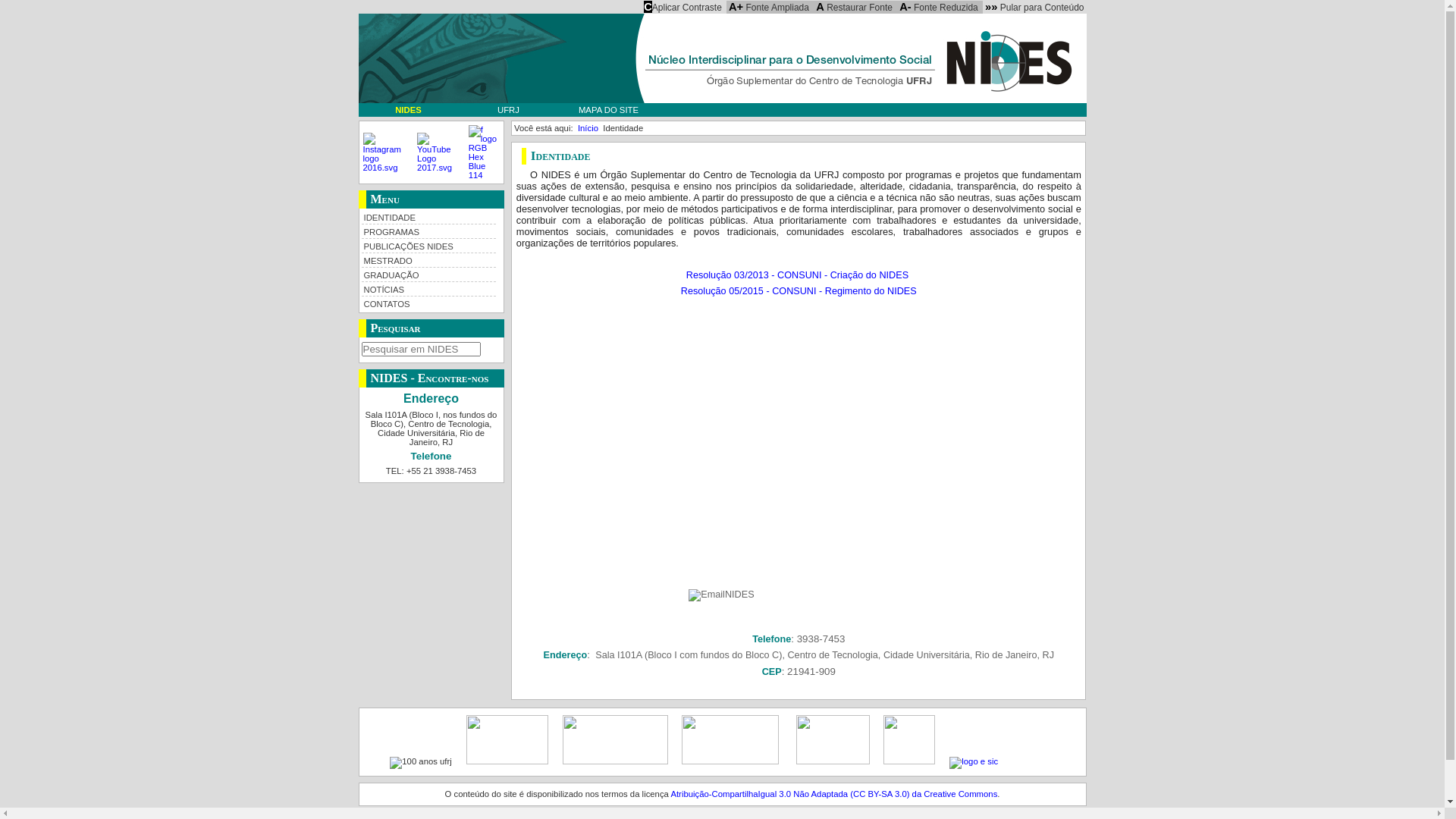 Image resolution: width=1456 pixels, height=819 pixels. What do you see at coordinates (938, 6) in the screenshot?
I see `'A- Fonte Reduzida'` at bounding box center [938, 6].